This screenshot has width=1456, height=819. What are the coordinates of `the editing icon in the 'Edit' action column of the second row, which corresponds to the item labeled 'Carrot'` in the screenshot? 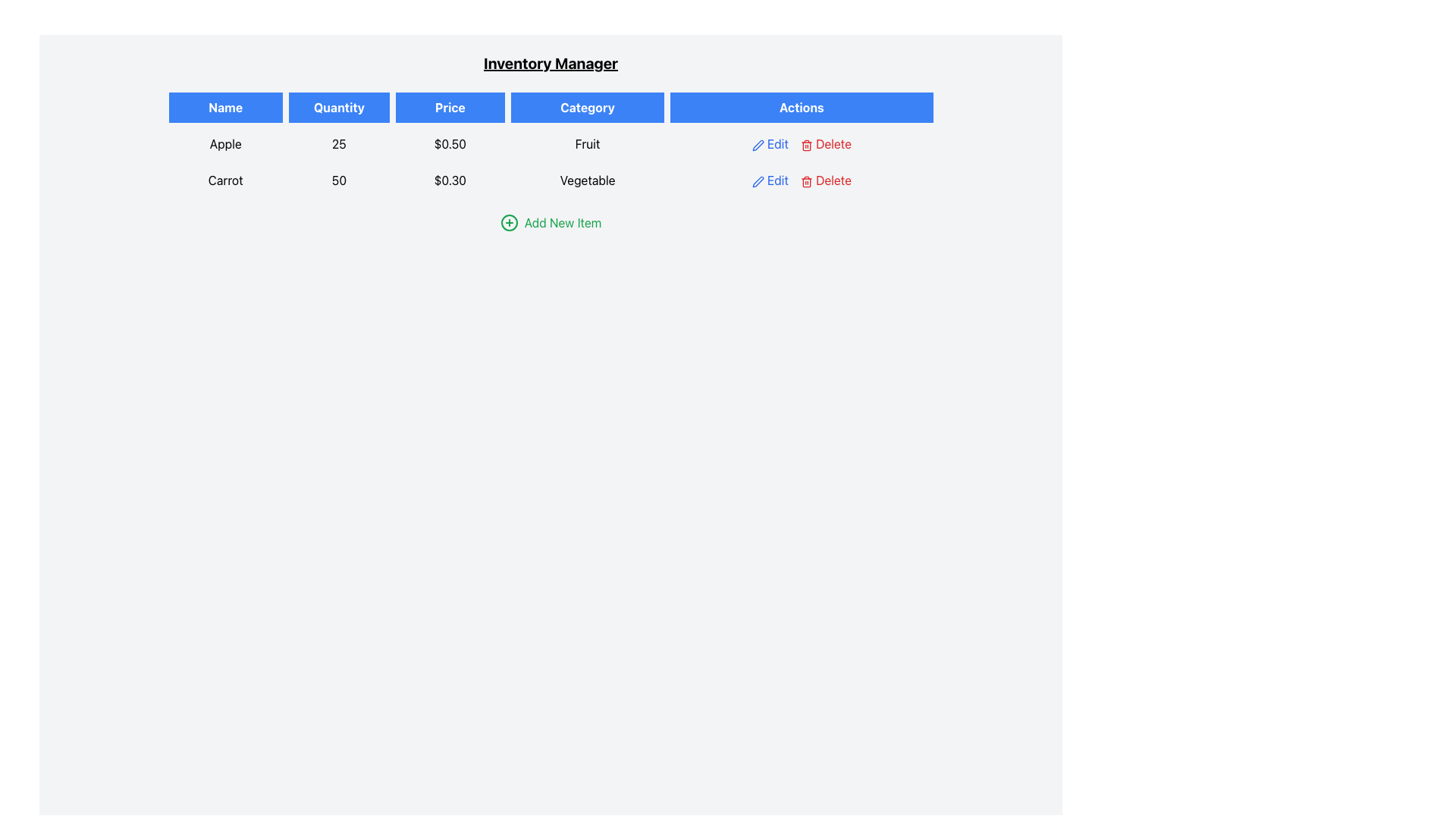 It's located at (758, 180).